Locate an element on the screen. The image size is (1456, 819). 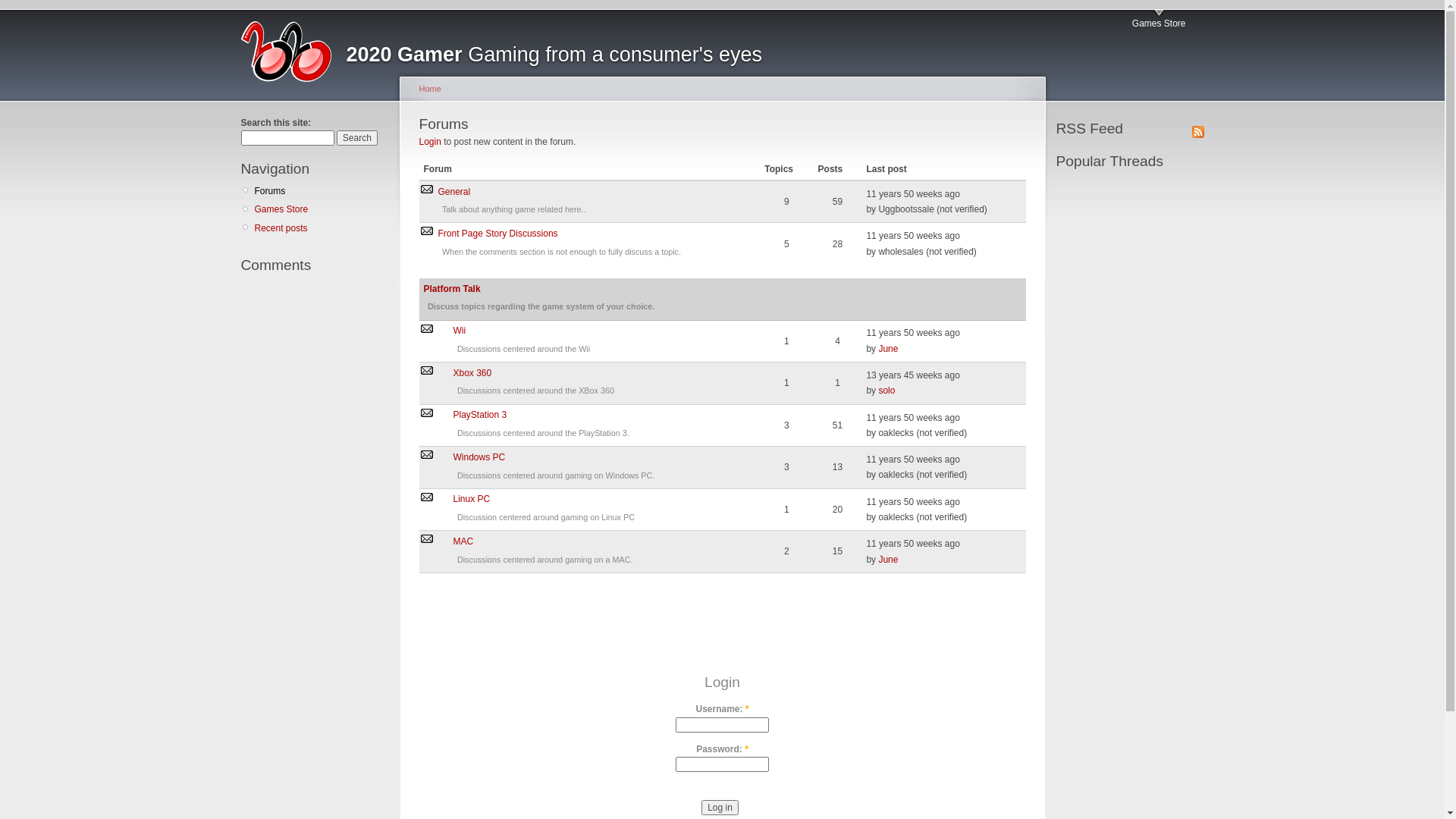
'Log in' is located at coordinates (719, 806).